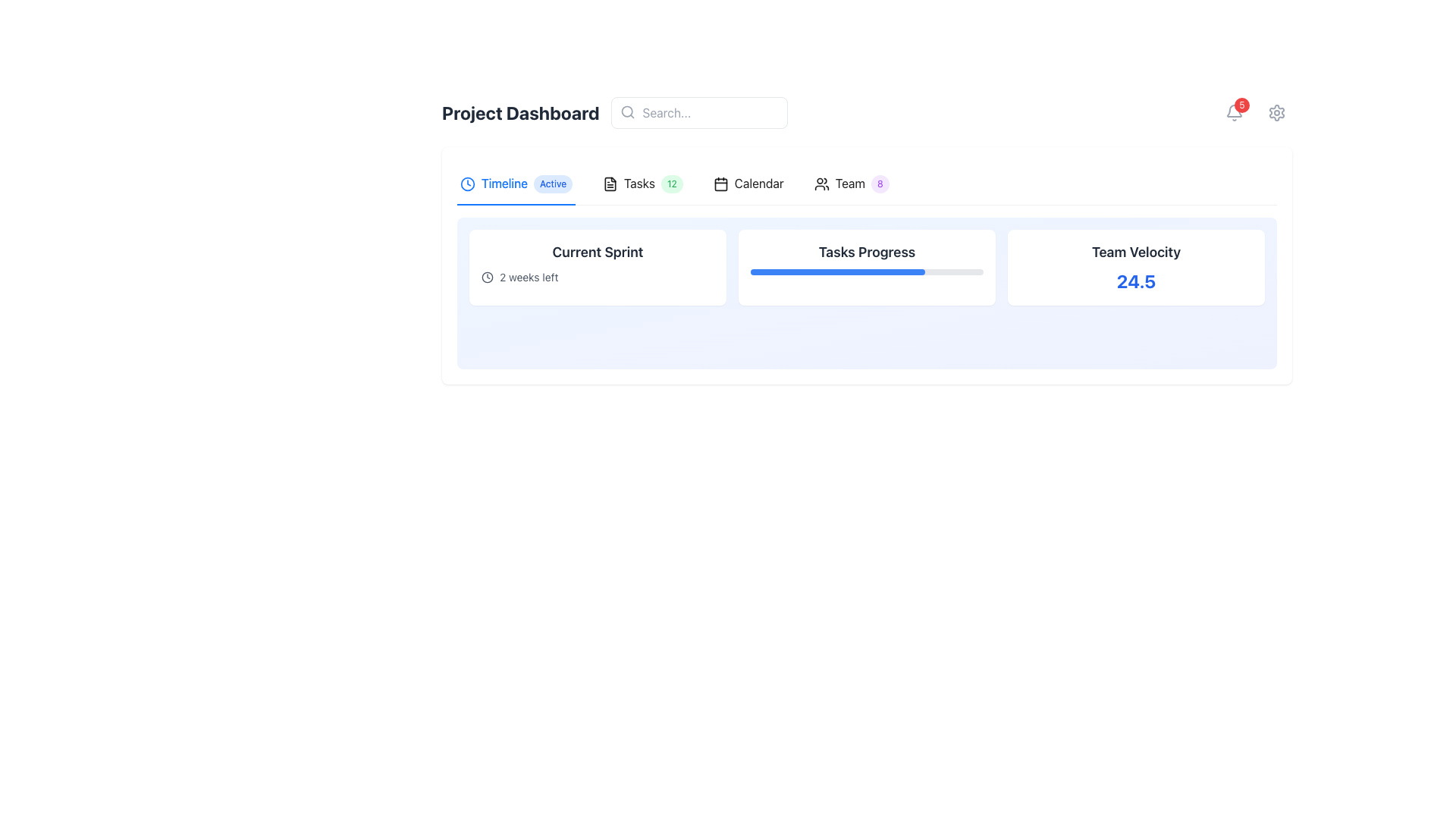 This screenshot has width=1456, height=819. Describe the element at coordinates (1136, 267) in the screenshot. I see `content displayed on the Informational card that shows the team's velocity, located in the third column of the dashboard grid, to the right of the 'Tasks Progress' card` at that location.